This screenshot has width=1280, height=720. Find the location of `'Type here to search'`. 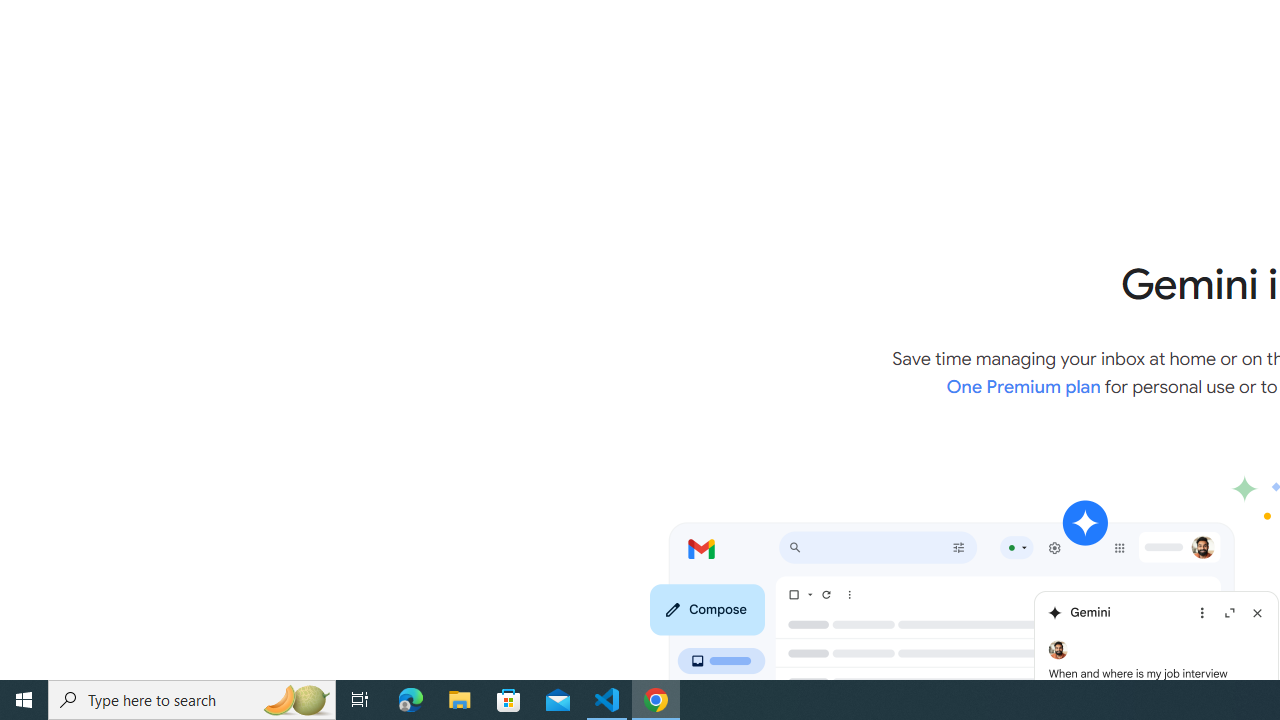

'Type here to search' is located at coordinates (192, 698).